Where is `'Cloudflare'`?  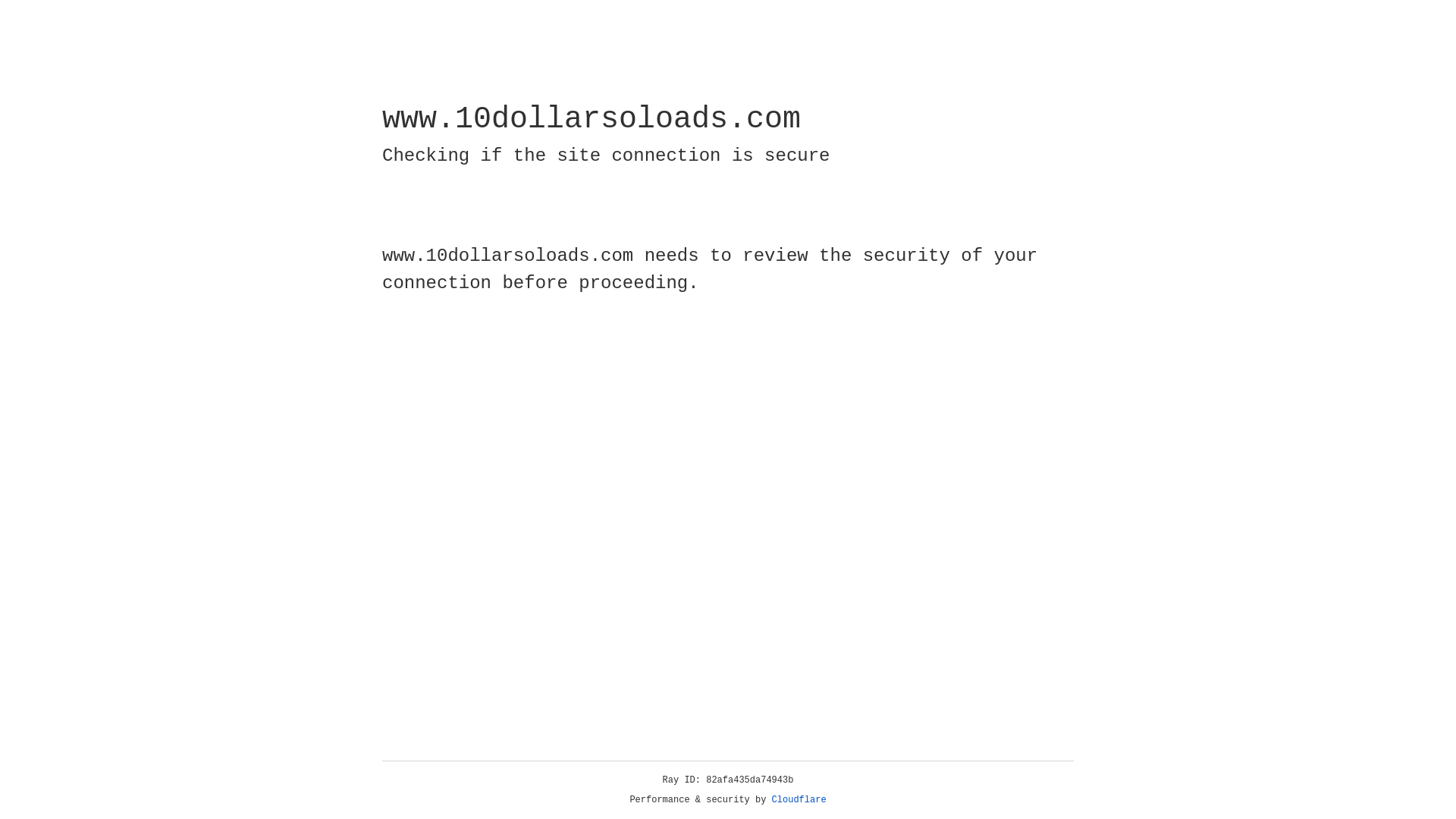 'Cloudflare' is located at coordinates (799, 799).